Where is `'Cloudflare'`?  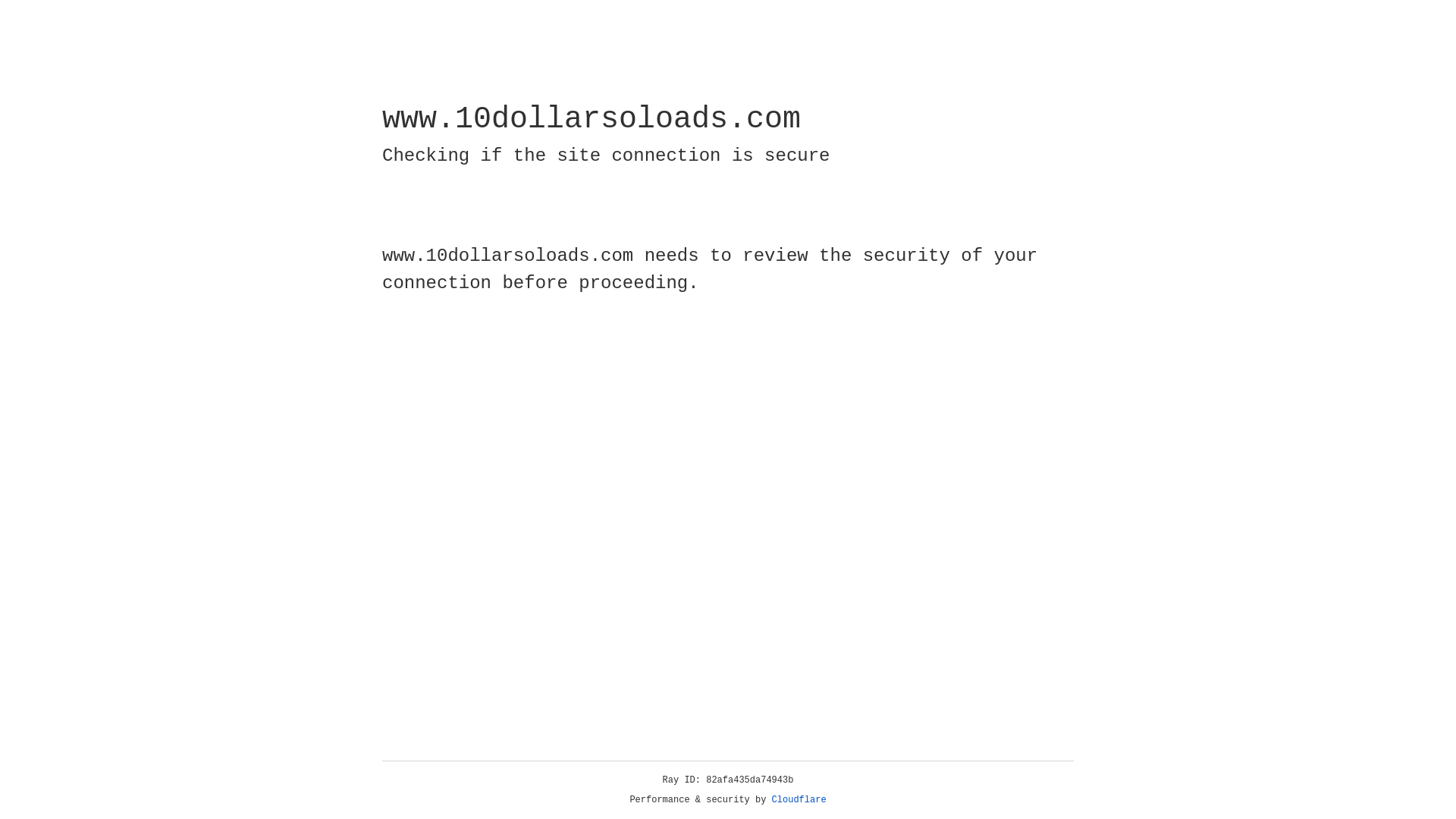 'Cloudflare' is located at coordinates (799, 799).